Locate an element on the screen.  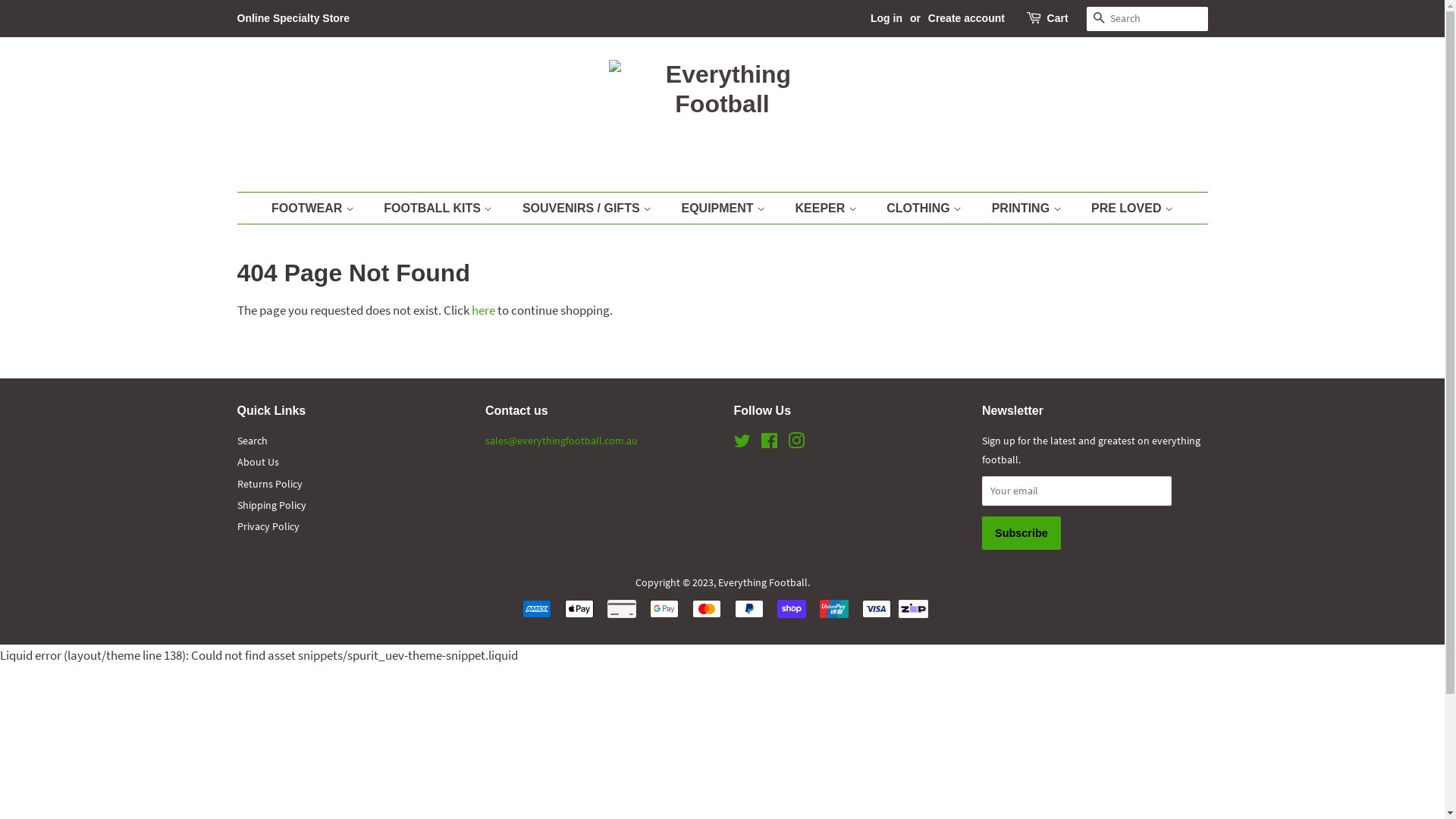
'SOUVENIRS / GIFTS' is located at coordinates (588, 208).